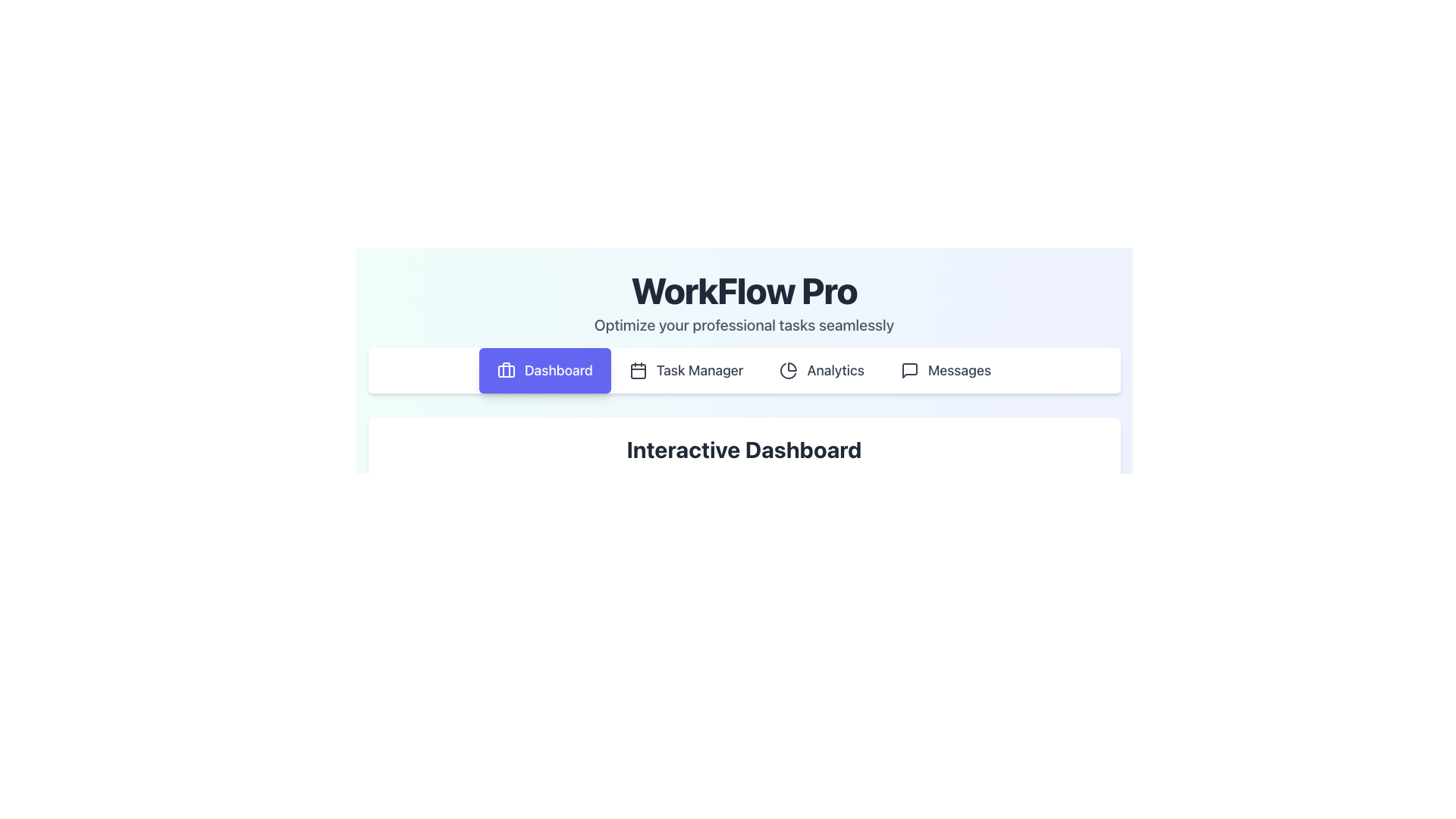  I want to click on the speech bubble icon located in the top navigation menu, which is styled with a dark hue and is to the left of the 'Messages' text label, so click(909, 371).